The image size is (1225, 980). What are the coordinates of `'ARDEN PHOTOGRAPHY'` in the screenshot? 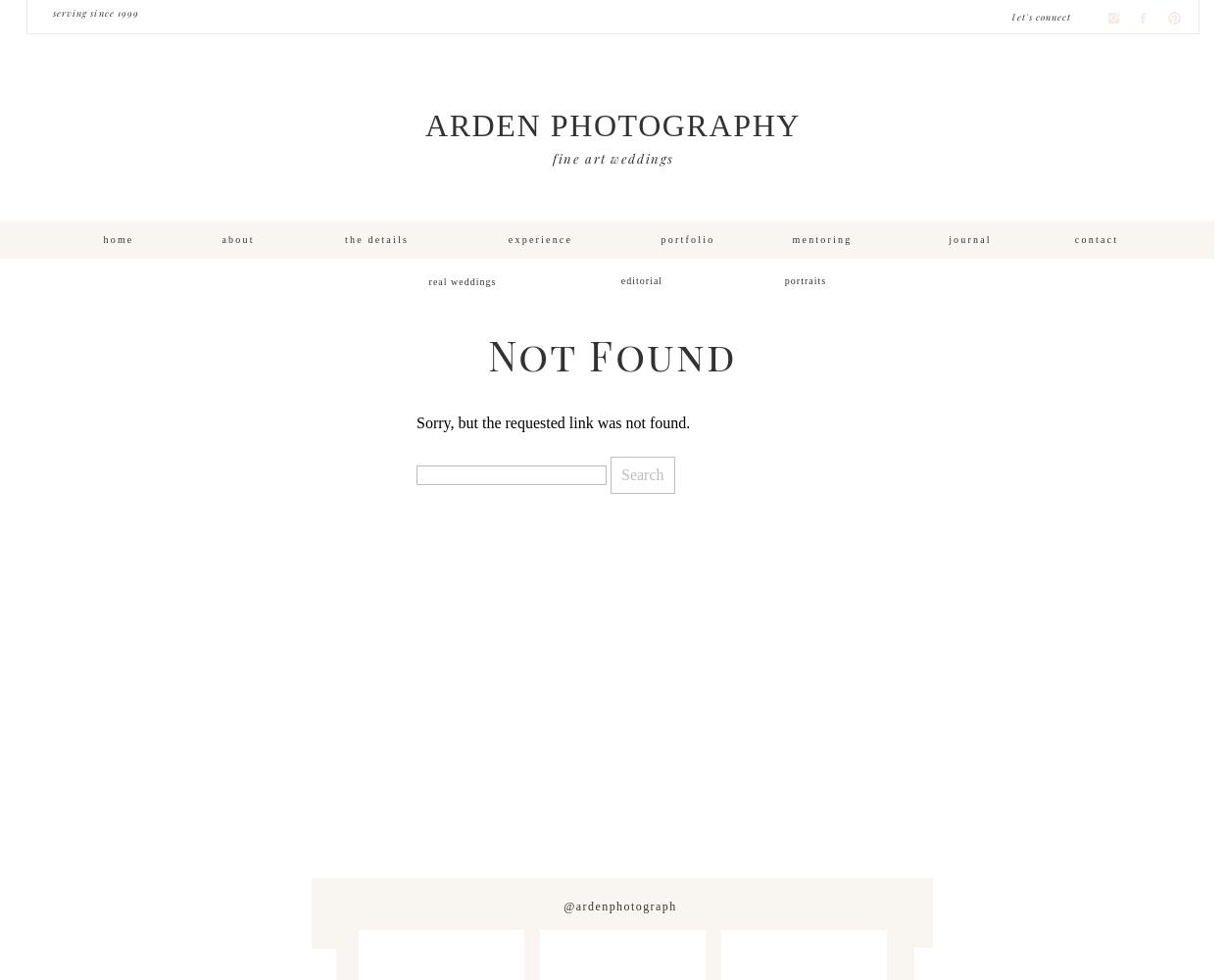 It's located at (612, 125).